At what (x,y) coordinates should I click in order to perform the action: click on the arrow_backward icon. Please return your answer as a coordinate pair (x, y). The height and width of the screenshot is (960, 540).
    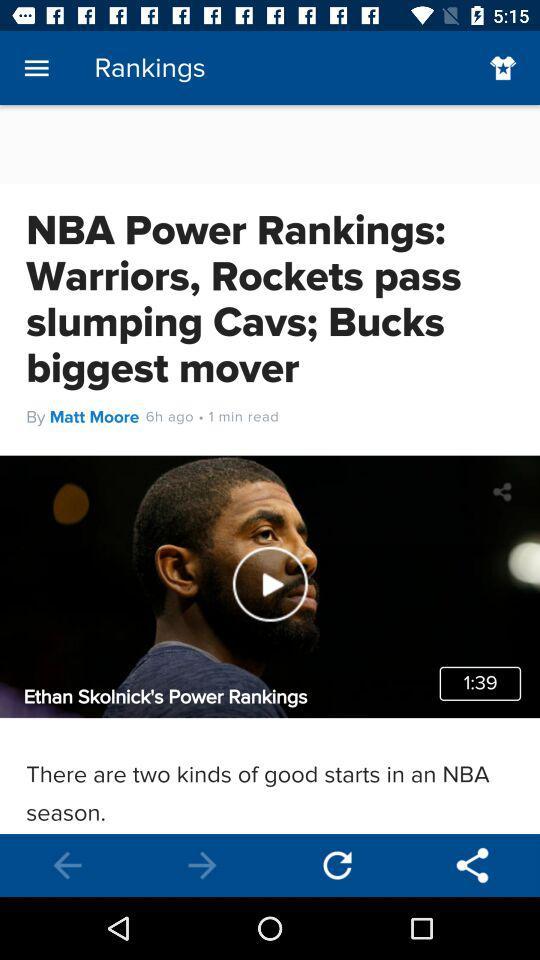
    Looking at the image, I should click on (67, 864).